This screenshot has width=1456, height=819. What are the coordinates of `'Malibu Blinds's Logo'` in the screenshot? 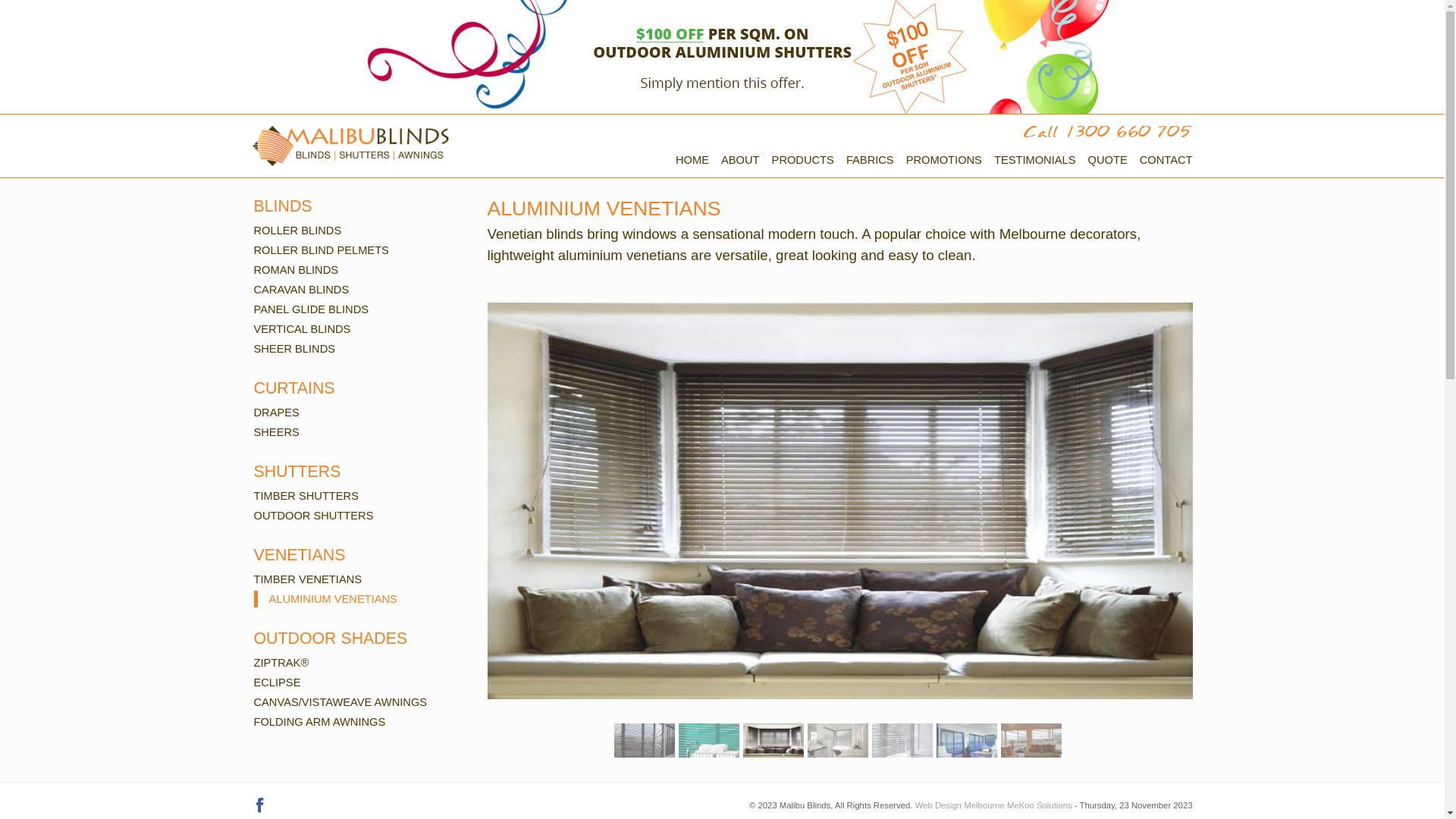 It's located at (349, 146).